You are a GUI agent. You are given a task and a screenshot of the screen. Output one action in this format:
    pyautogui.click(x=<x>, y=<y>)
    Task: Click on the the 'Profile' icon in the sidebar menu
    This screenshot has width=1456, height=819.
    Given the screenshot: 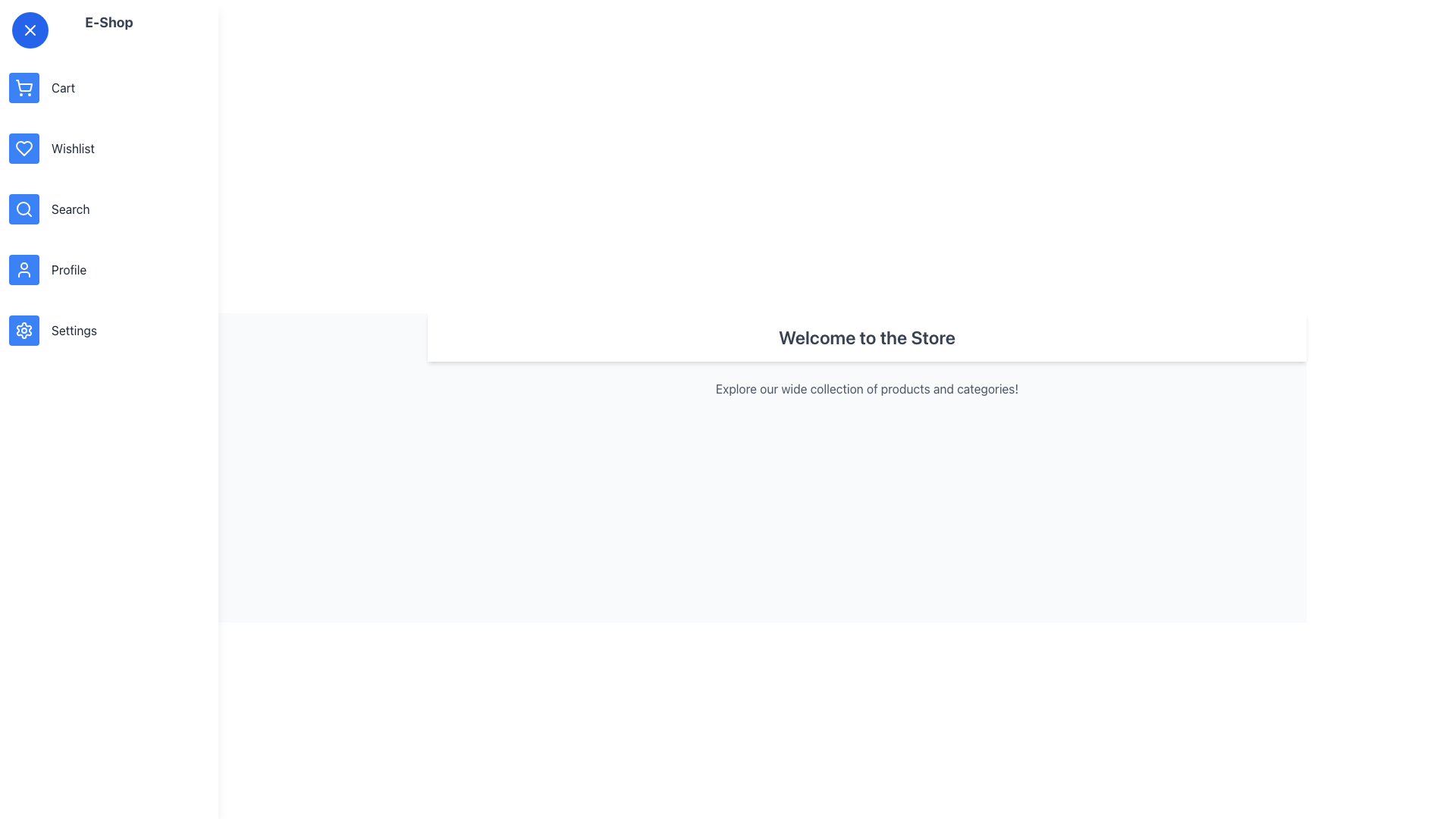 What is the action you would take?
    pyautogui.click(x=24, y=268)
    